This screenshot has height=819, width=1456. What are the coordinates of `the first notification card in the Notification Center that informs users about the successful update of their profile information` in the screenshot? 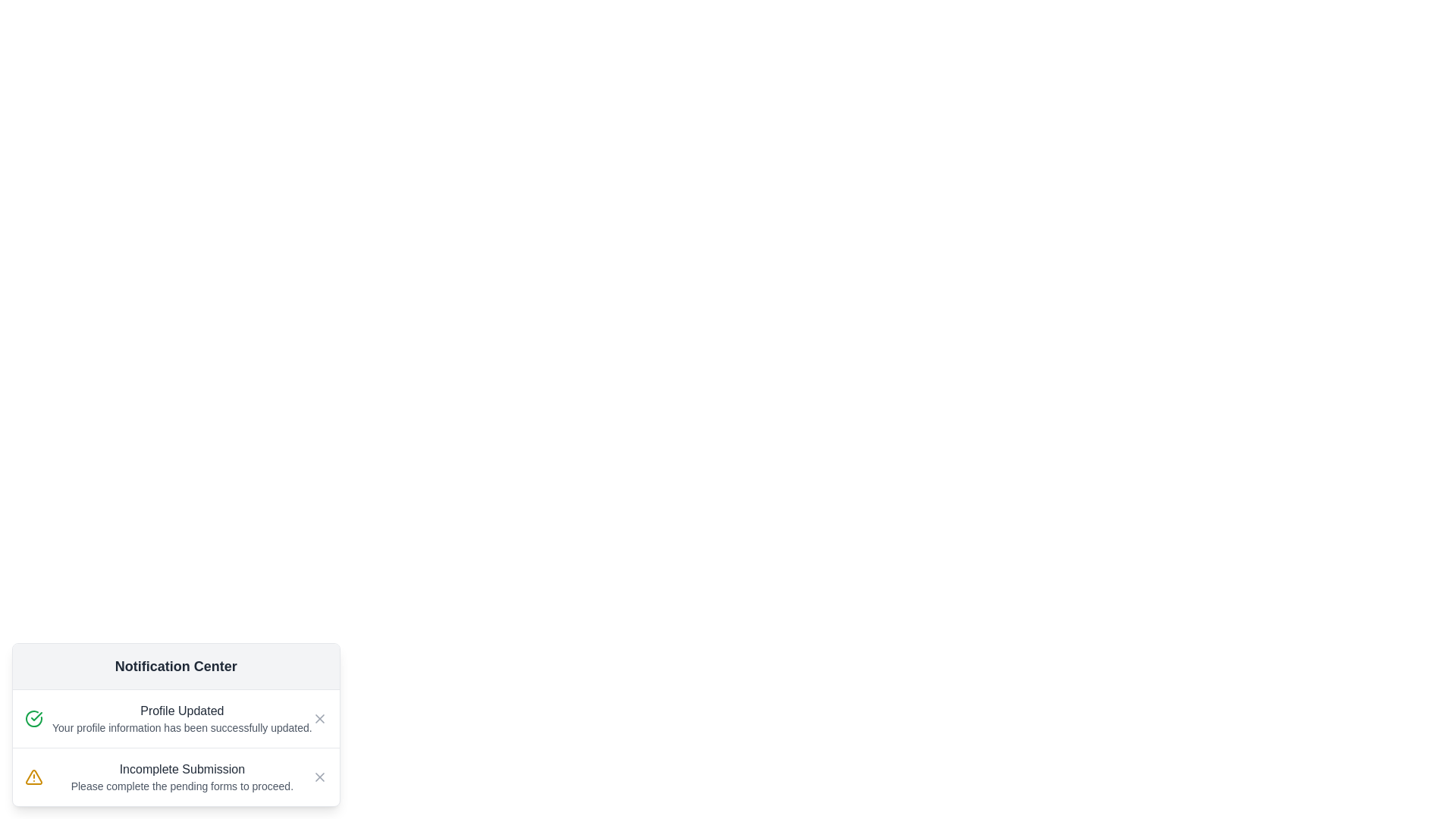 It's located at (175, 718).